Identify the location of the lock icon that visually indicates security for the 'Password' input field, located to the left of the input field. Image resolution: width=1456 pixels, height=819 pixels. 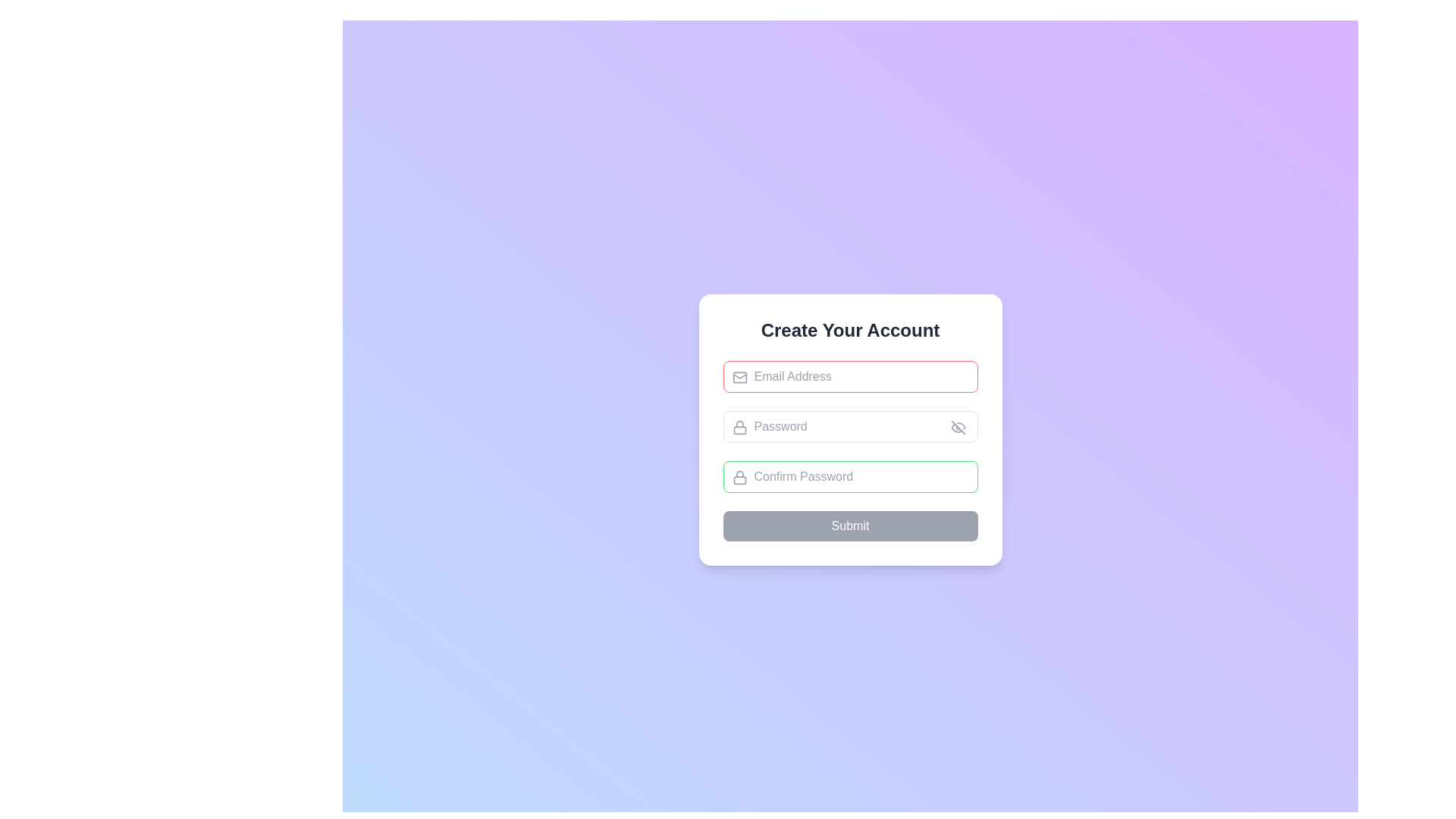
(739, 430).